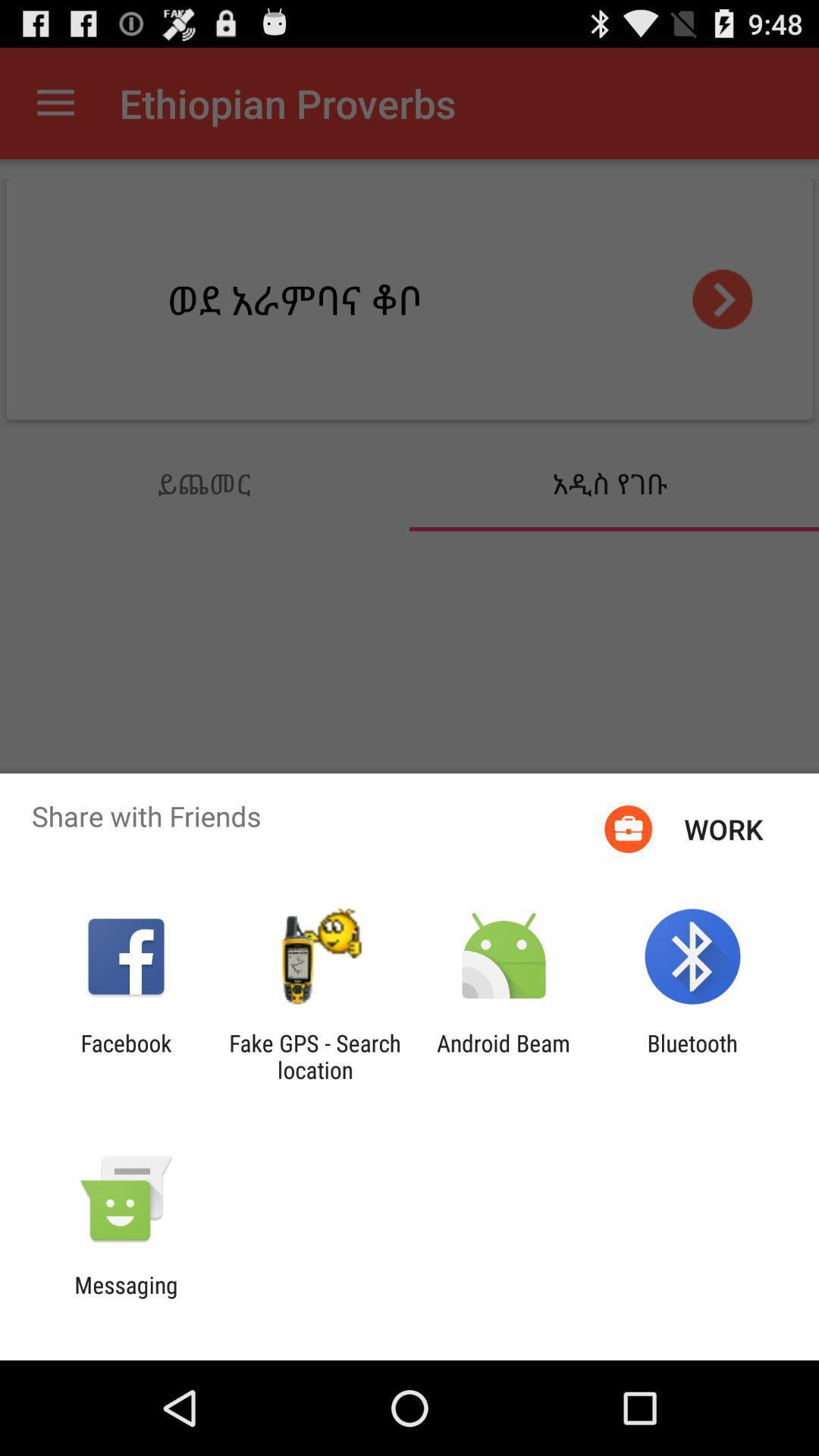  Describe the element at coordinates (692, 1056) in the screenshot. I see `bluetooth item` at that location.